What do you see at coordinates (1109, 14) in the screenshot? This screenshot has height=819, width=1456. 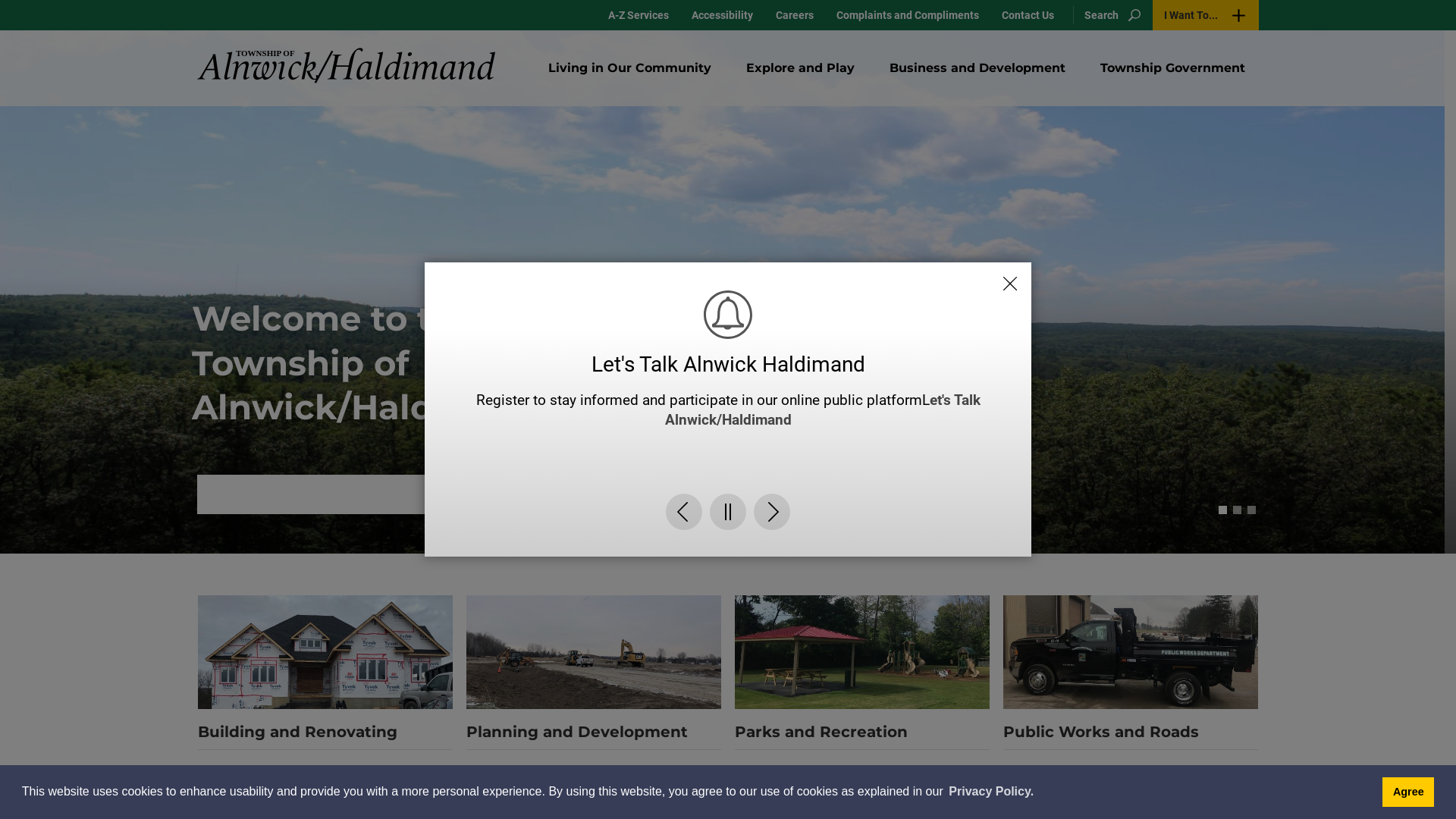 I see `'Search'` at bounding box center [1109, 14].